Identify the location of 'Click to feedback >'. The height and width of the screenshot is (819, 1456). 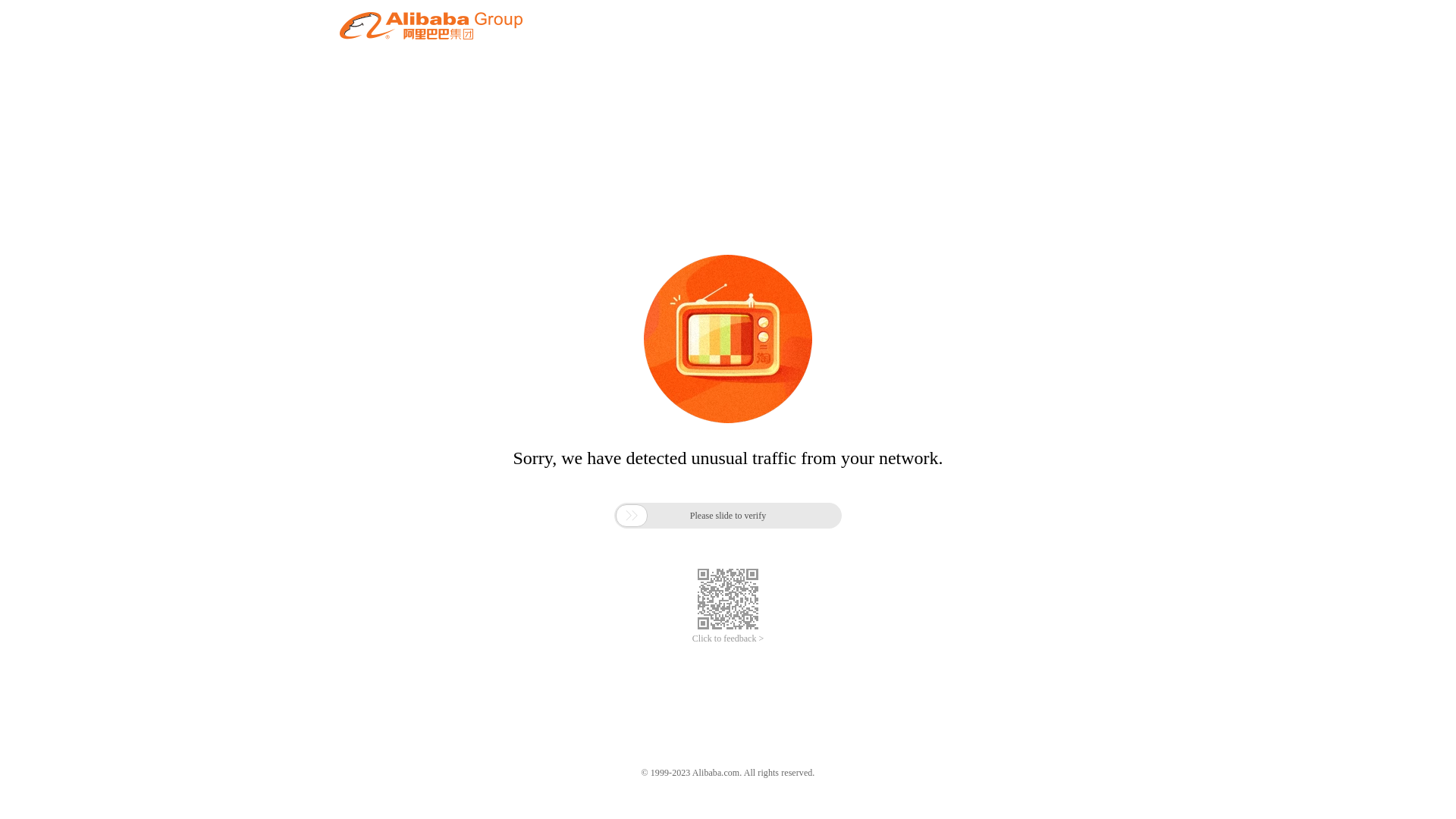
(728, 639).